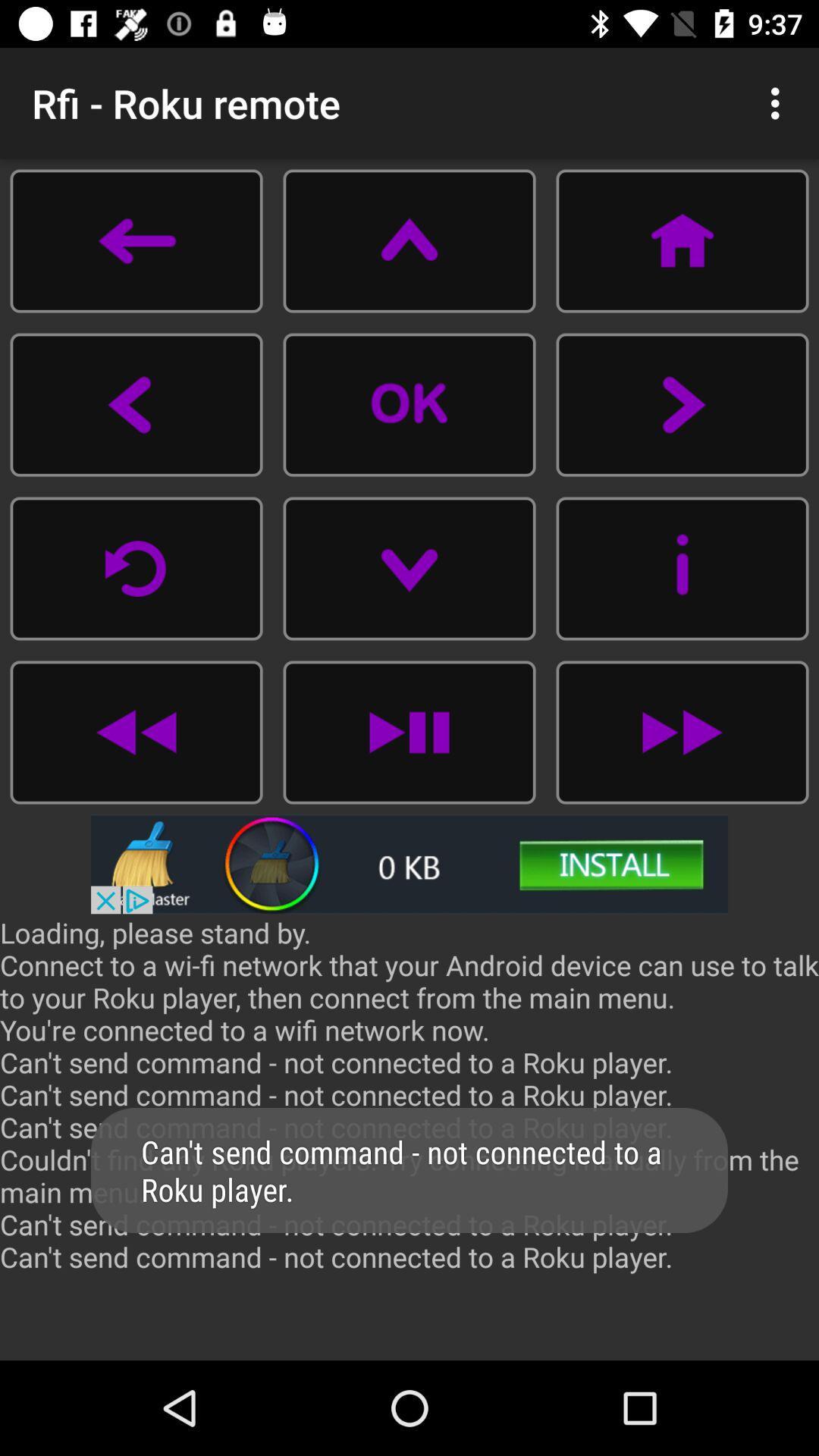 Image resolution: width=819 pixels, height=1456 pixels. Describe the element at coordinates (409, 732) in the screenshot. I see `check to pay option` at that location.